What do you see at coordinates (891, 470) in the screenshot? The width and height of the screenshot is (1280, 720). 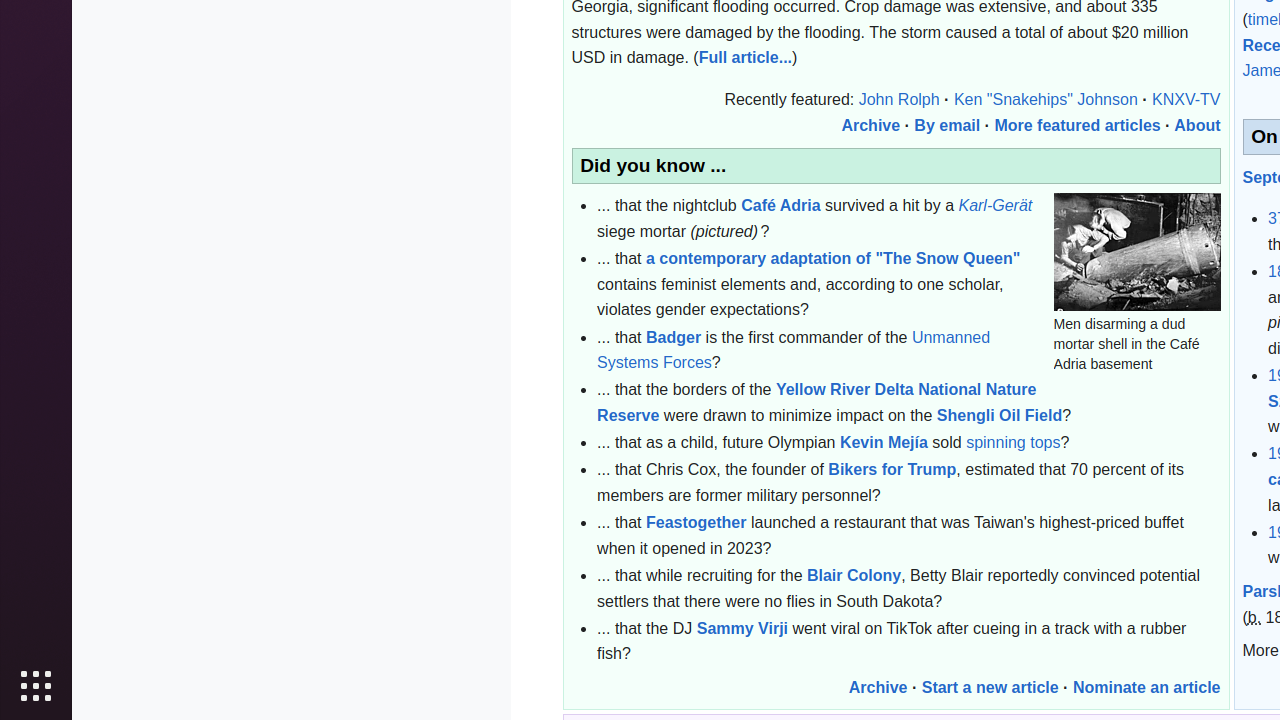 I see `'Bikers for Trump'` at bounding box center [891, 470].